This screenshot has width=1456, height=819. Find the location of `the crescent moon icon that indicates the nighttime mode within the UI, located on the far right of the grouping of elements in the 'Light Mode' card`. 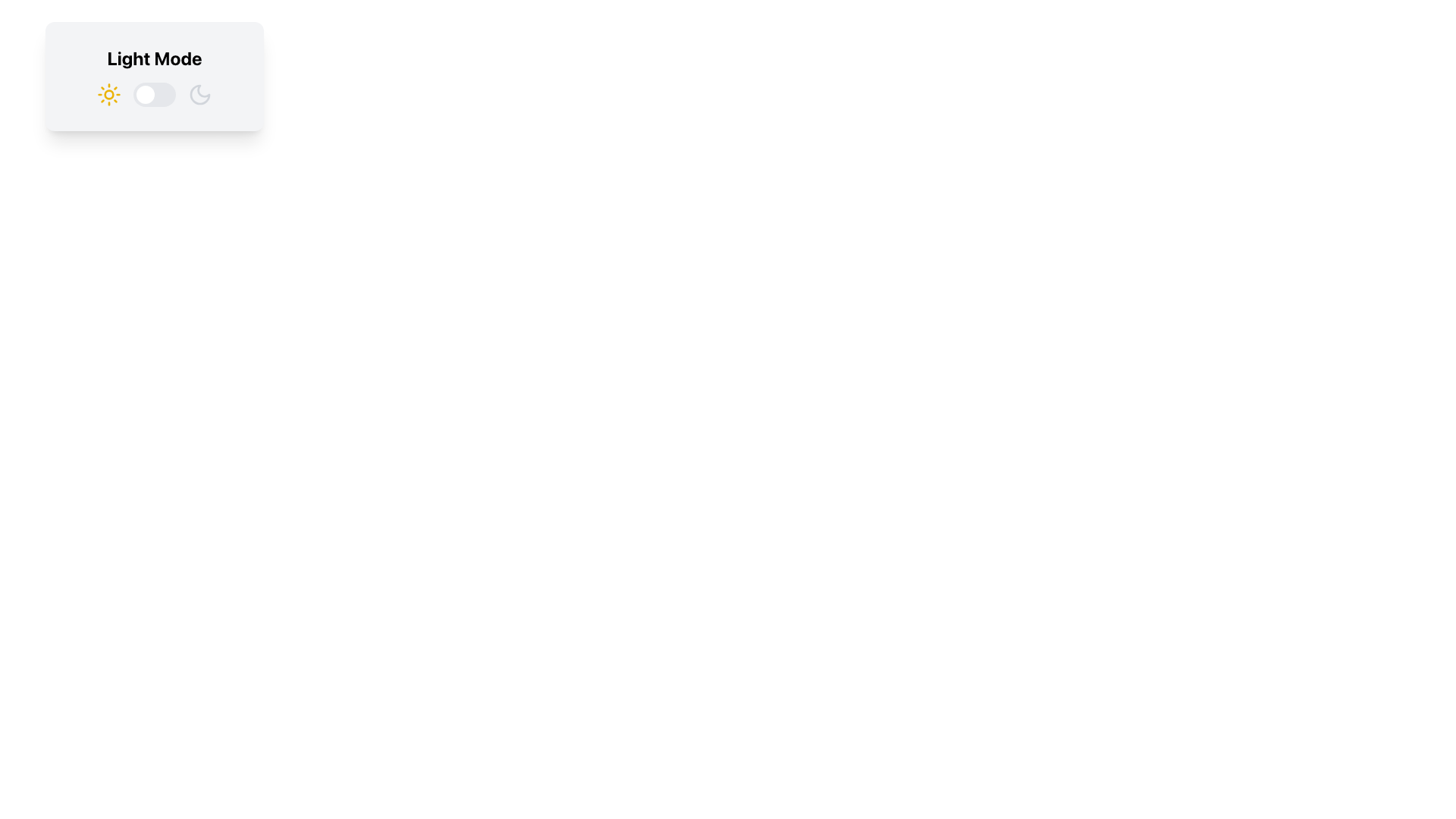

the crescent moon icon that indicates the nighttime mode within the UI, located on the far right of the grouping of elements in the 'Light Mode' card is located at coordinates (199, 94).